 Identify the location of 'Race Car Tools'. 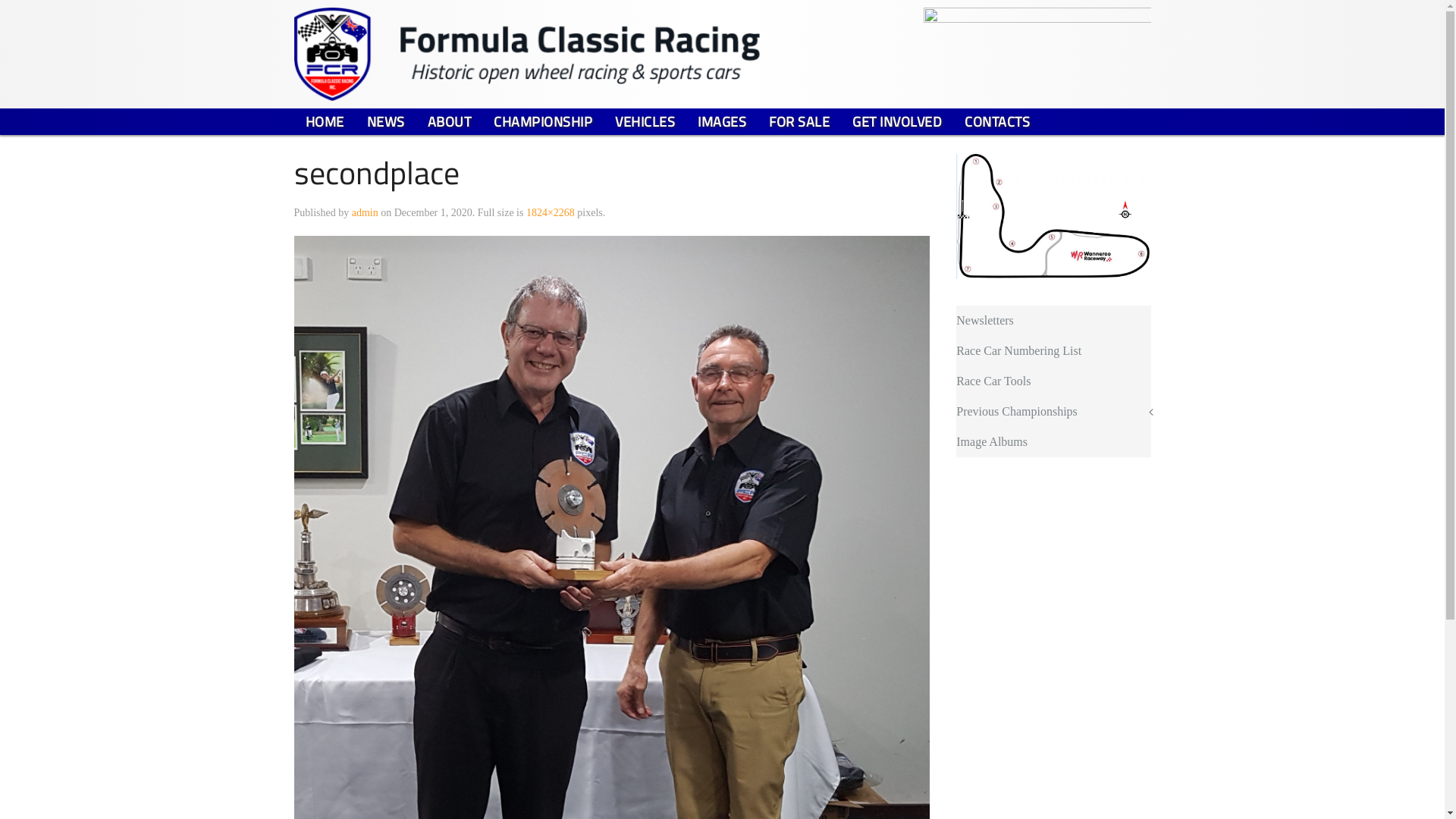
(1052, 380).